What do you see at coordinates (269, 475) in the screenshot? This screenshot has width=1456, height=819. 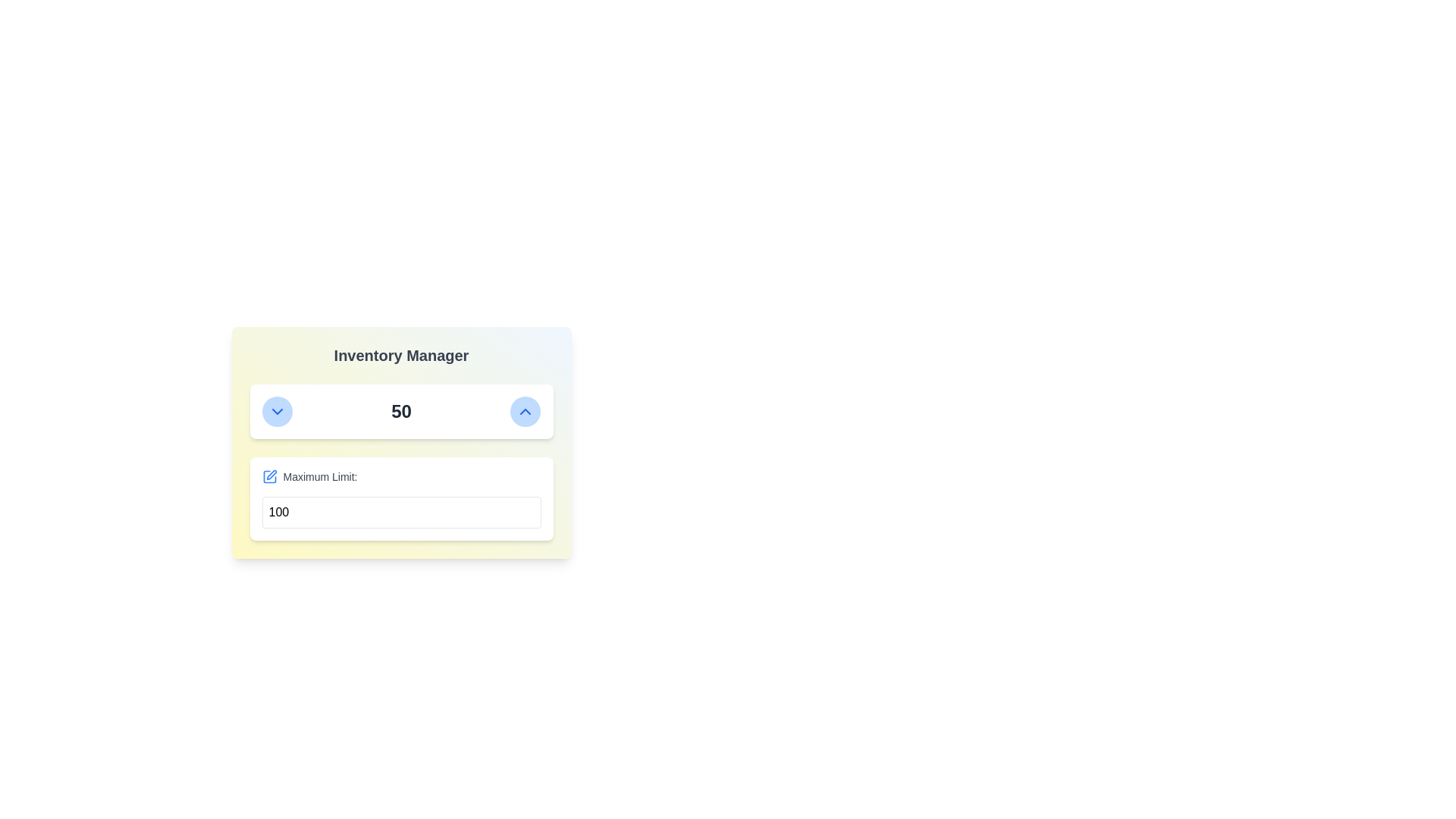 I see `the blue outlined square icon with a pencil inside, indicating edit functionality, located to the left of the label 'Maximum Limit:'` at bounding box center [269, 475].